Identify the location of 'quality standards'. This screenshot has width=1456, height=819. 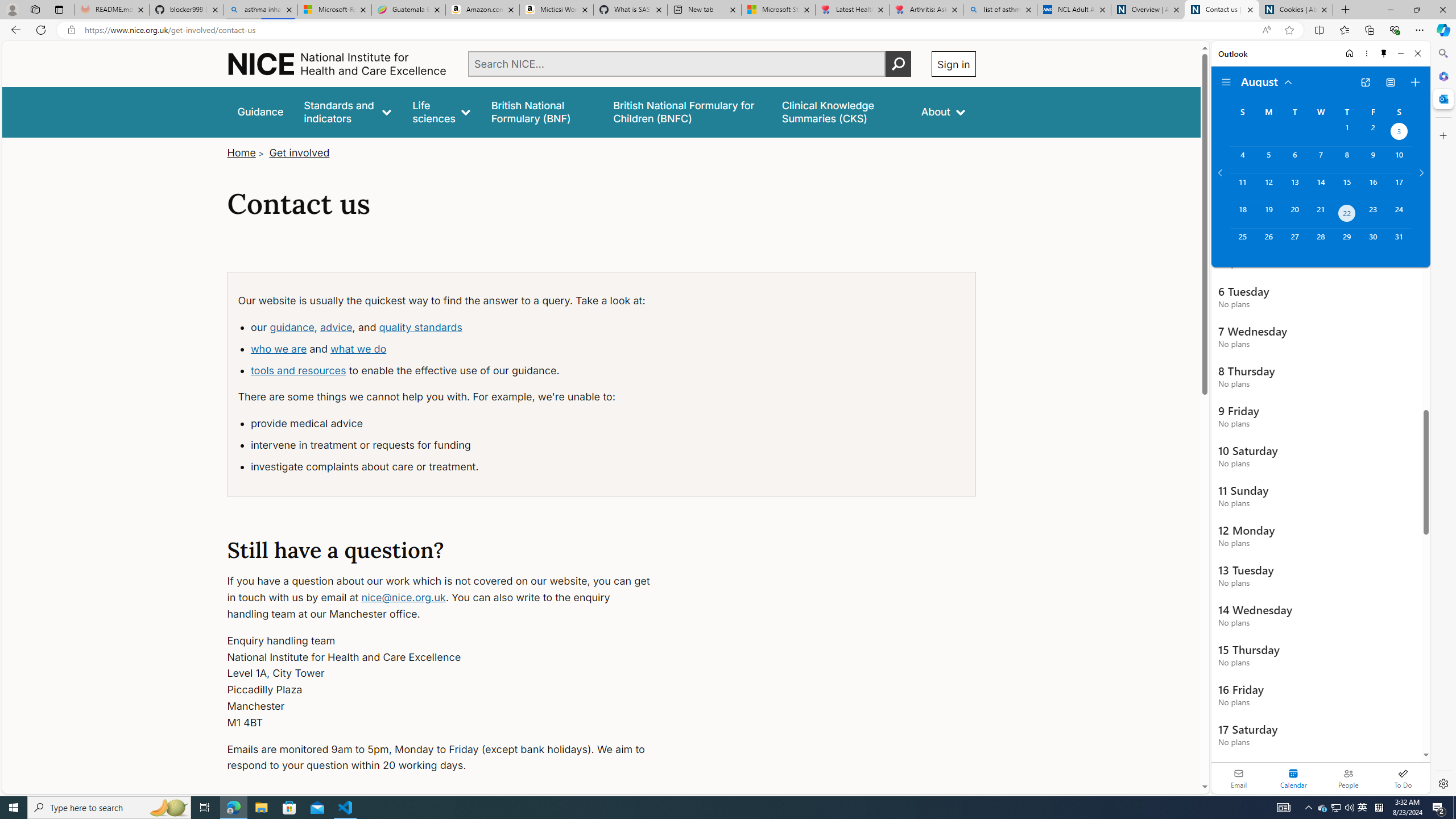
(420, 326).